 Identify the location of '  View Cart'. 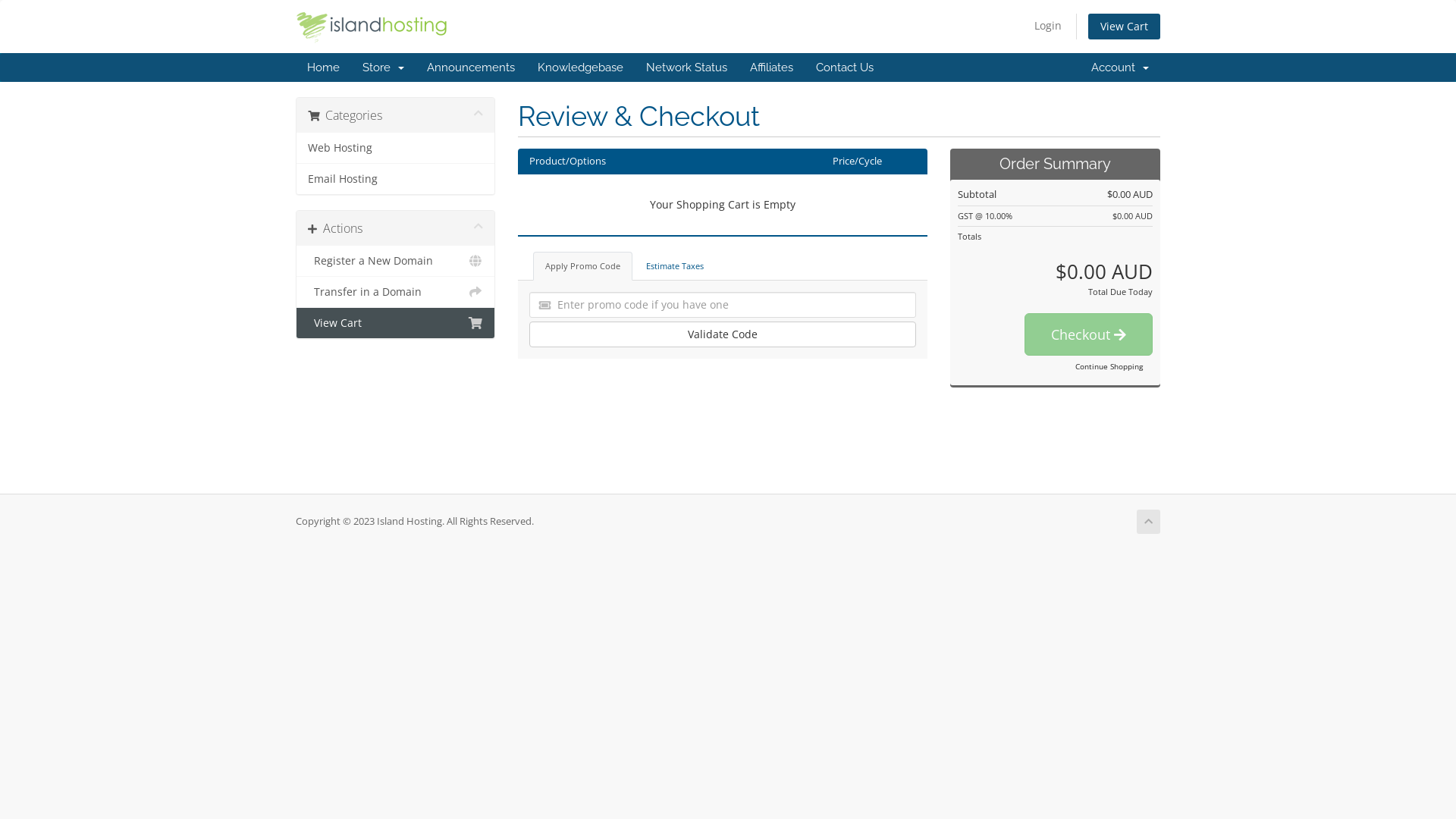
(395, 322).